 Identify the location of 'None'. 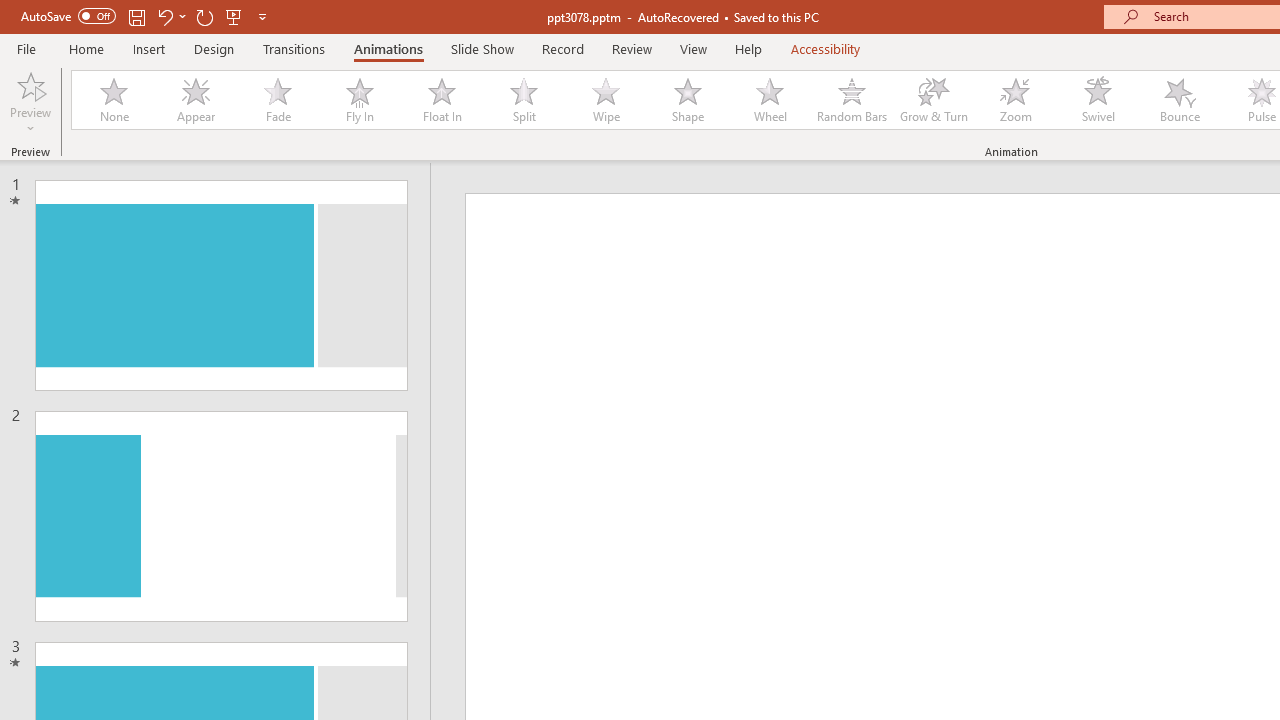
(112, 100).